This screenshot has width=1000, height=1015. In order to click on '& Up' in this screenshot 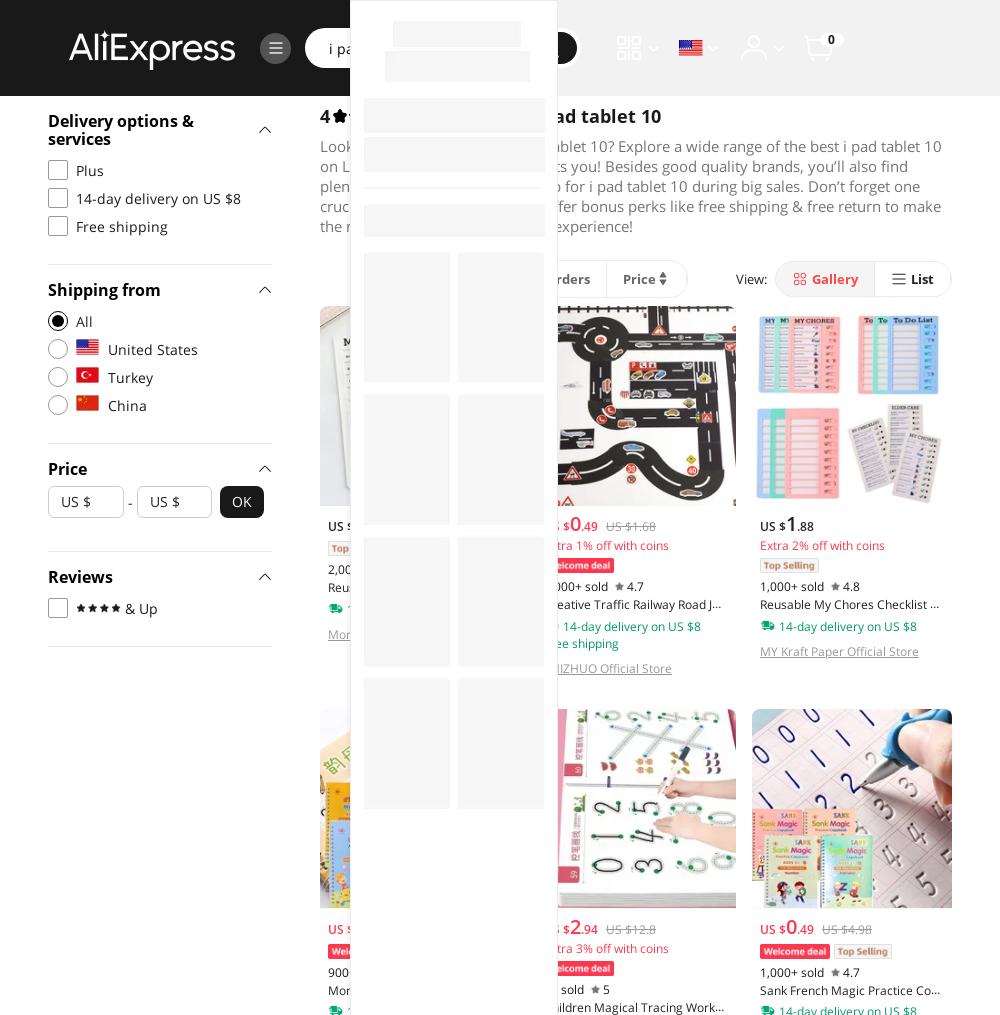, I will do `click(141, 606)`.